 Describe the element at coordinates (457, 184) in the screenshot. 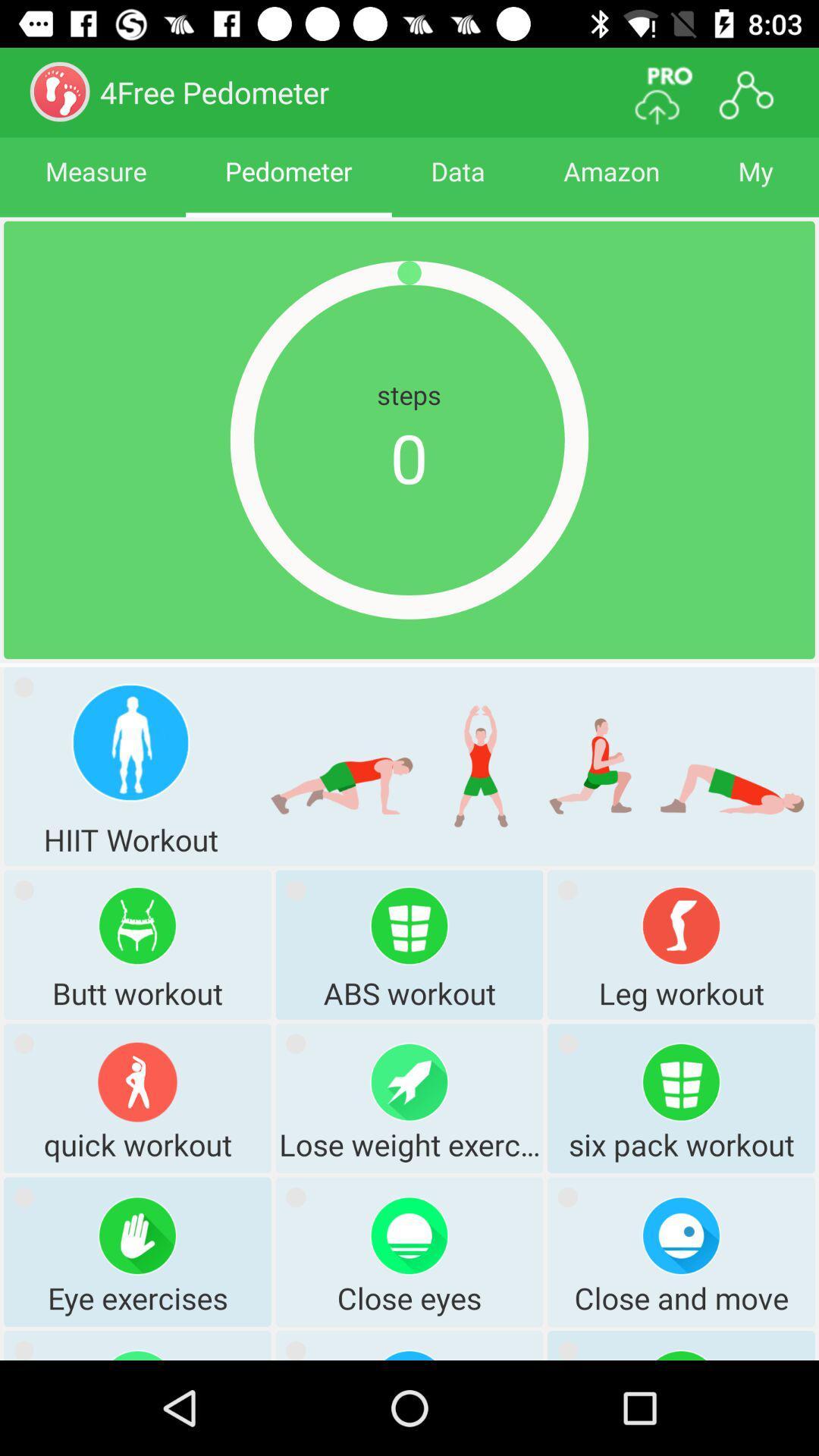

I see `data icon` at that location.